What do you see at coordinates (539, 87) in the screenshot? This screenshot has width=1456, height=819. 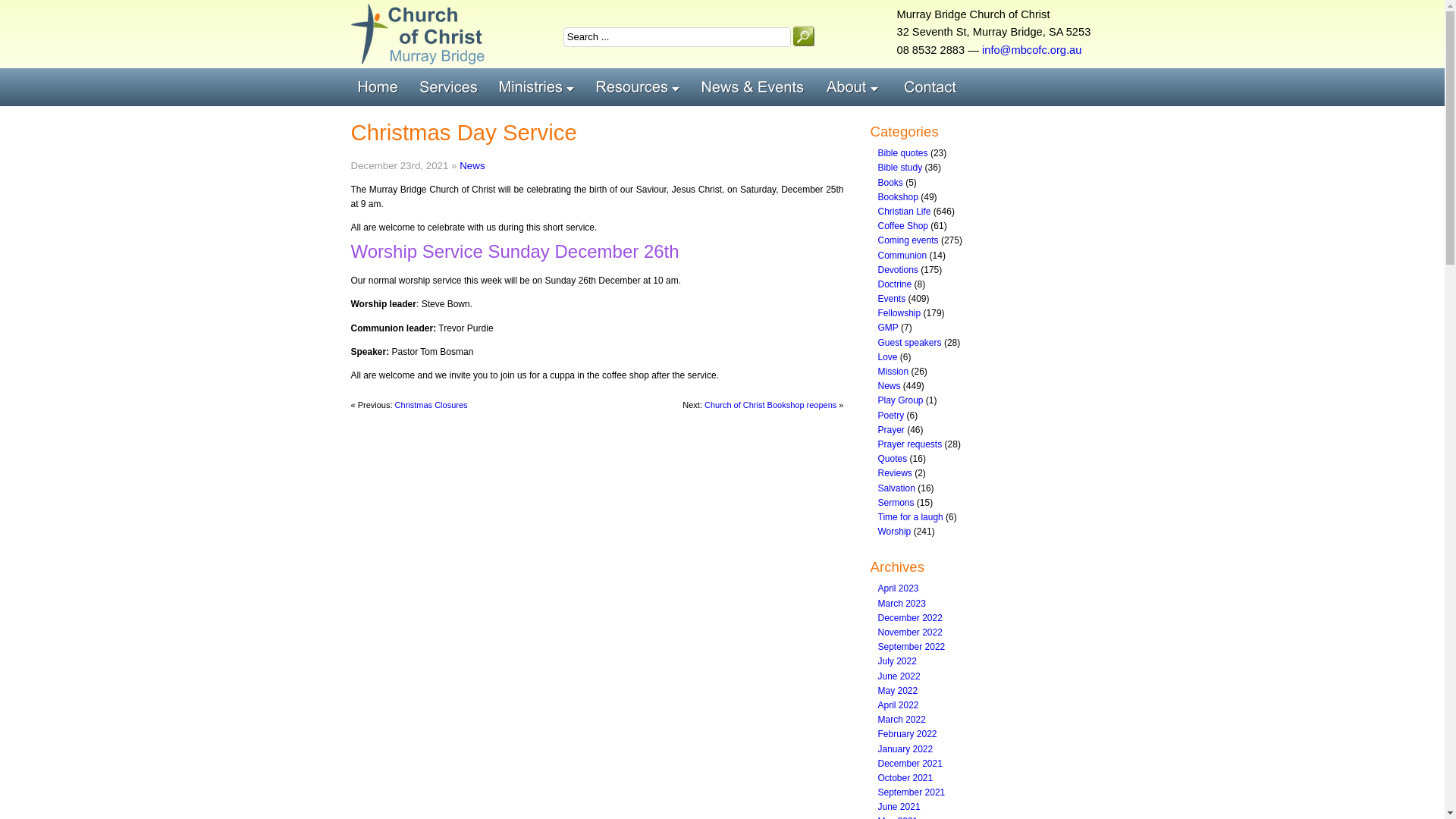 I see `'Ministries'` at bounding box center [539, 87].